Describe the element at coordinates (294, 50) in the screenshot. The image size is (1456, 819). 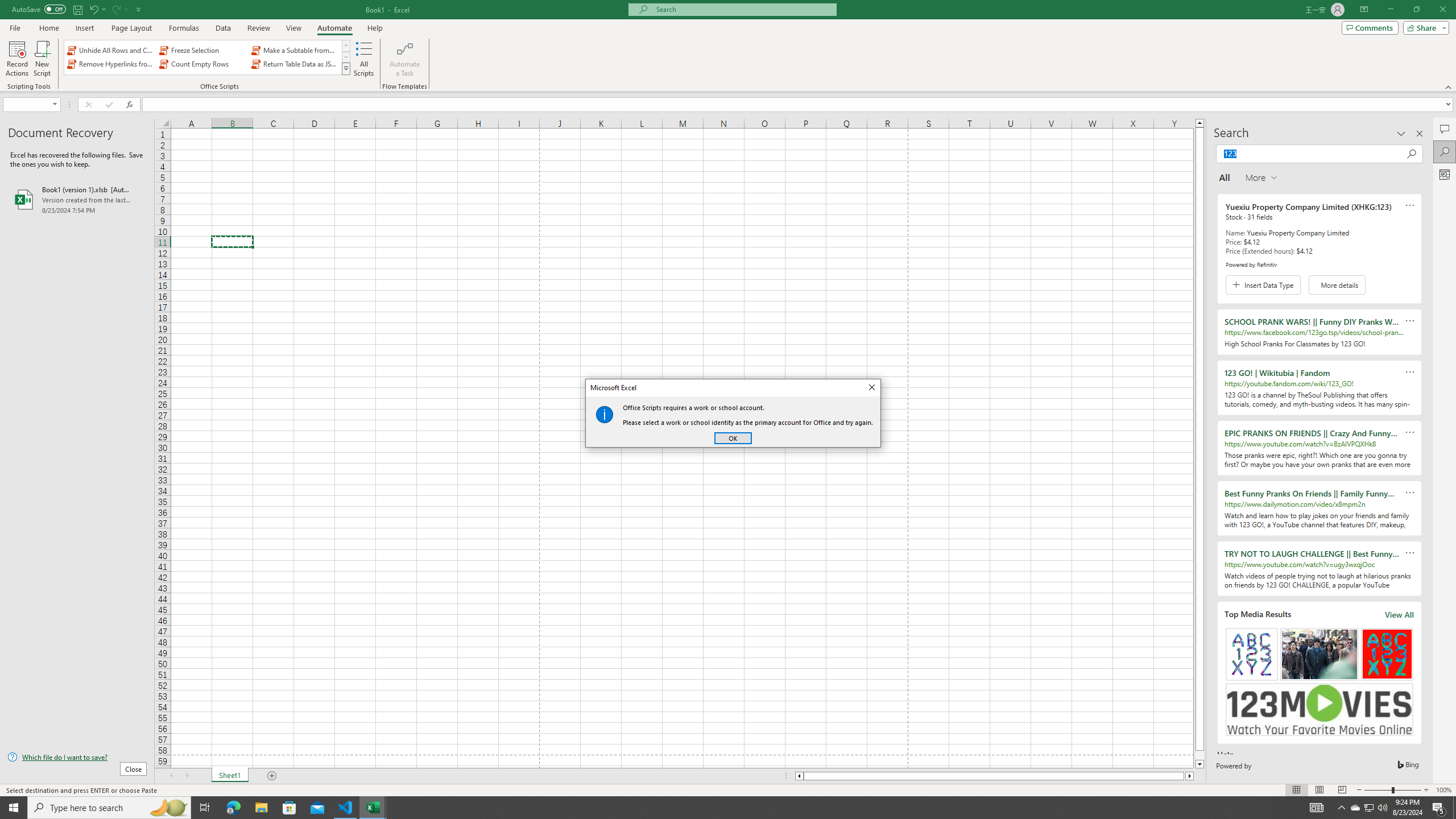
I see `'Make a Subtable from a Selection'` at that location.